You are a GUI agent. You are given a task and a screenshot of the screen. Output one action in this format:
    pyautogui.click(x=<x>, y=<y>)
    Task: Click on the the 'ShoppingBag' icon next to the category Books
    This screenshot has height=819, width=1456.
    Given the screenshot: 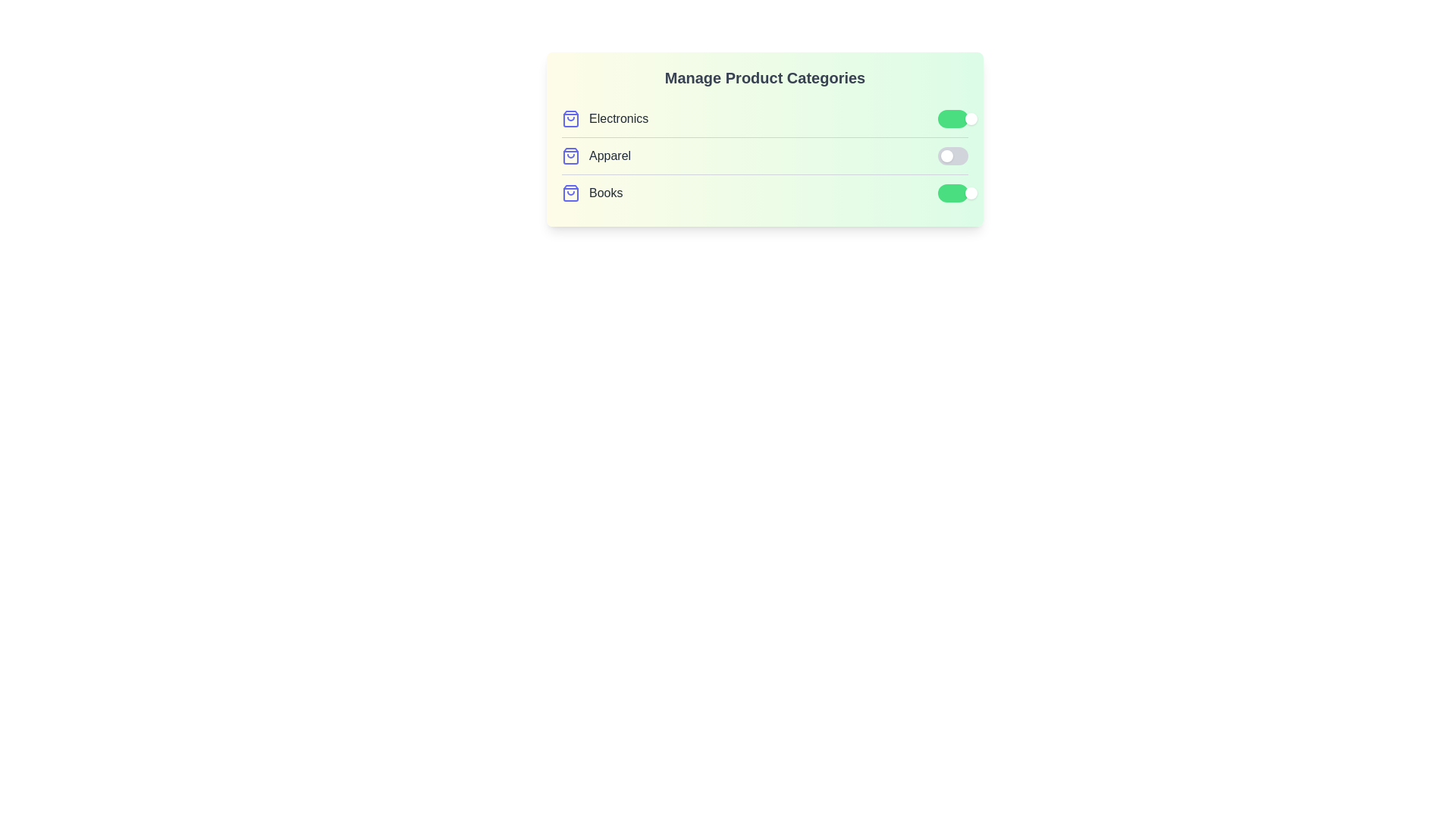 What is the action you would take?
    pyautogui.click(x=570, y=192)
    